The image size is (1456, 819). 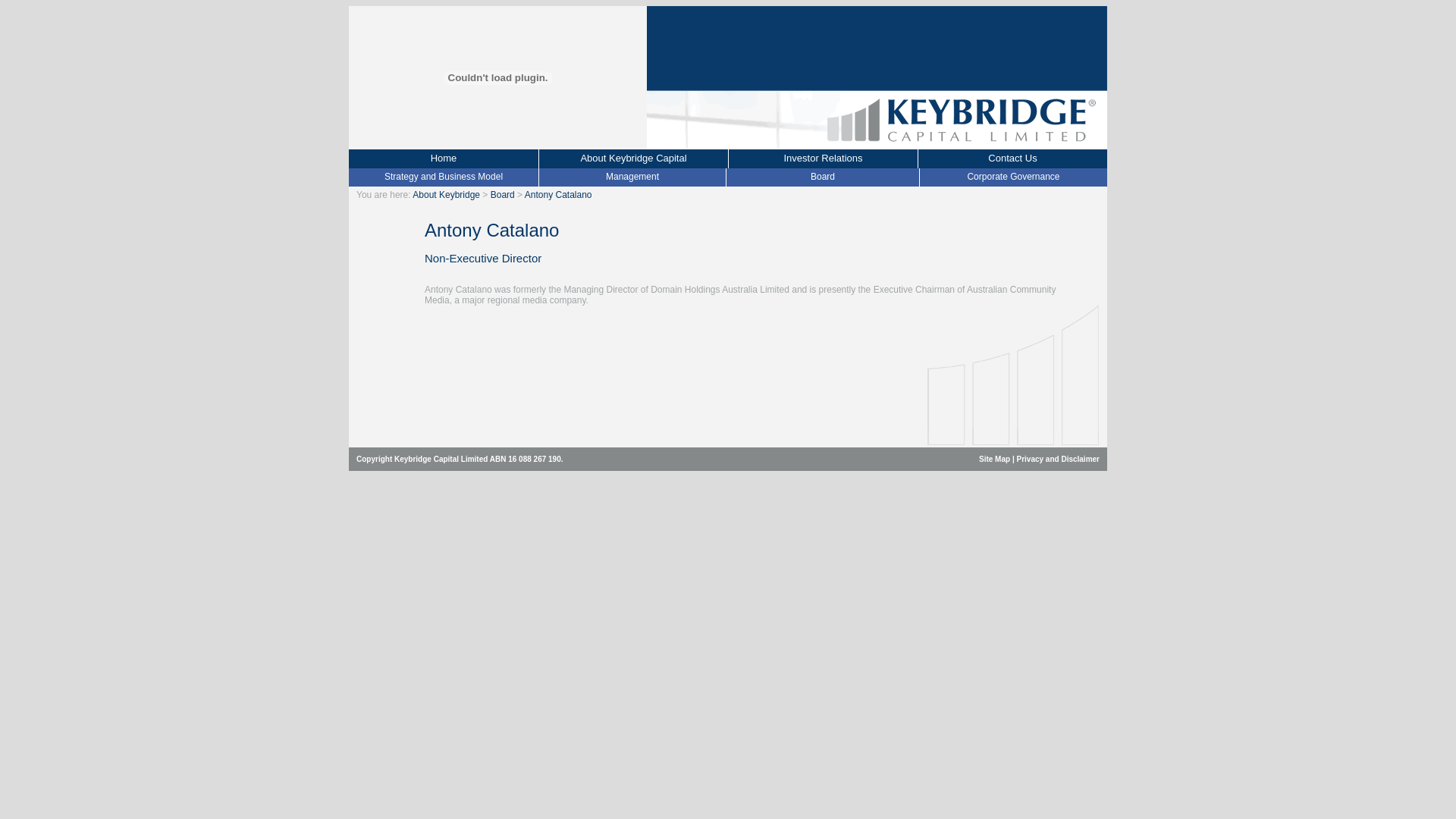 What do you see at coordinates (1057, 458) in the screenshot?
I see `'Privacy and Disclaimer'` at bounding box center [1057, 458].